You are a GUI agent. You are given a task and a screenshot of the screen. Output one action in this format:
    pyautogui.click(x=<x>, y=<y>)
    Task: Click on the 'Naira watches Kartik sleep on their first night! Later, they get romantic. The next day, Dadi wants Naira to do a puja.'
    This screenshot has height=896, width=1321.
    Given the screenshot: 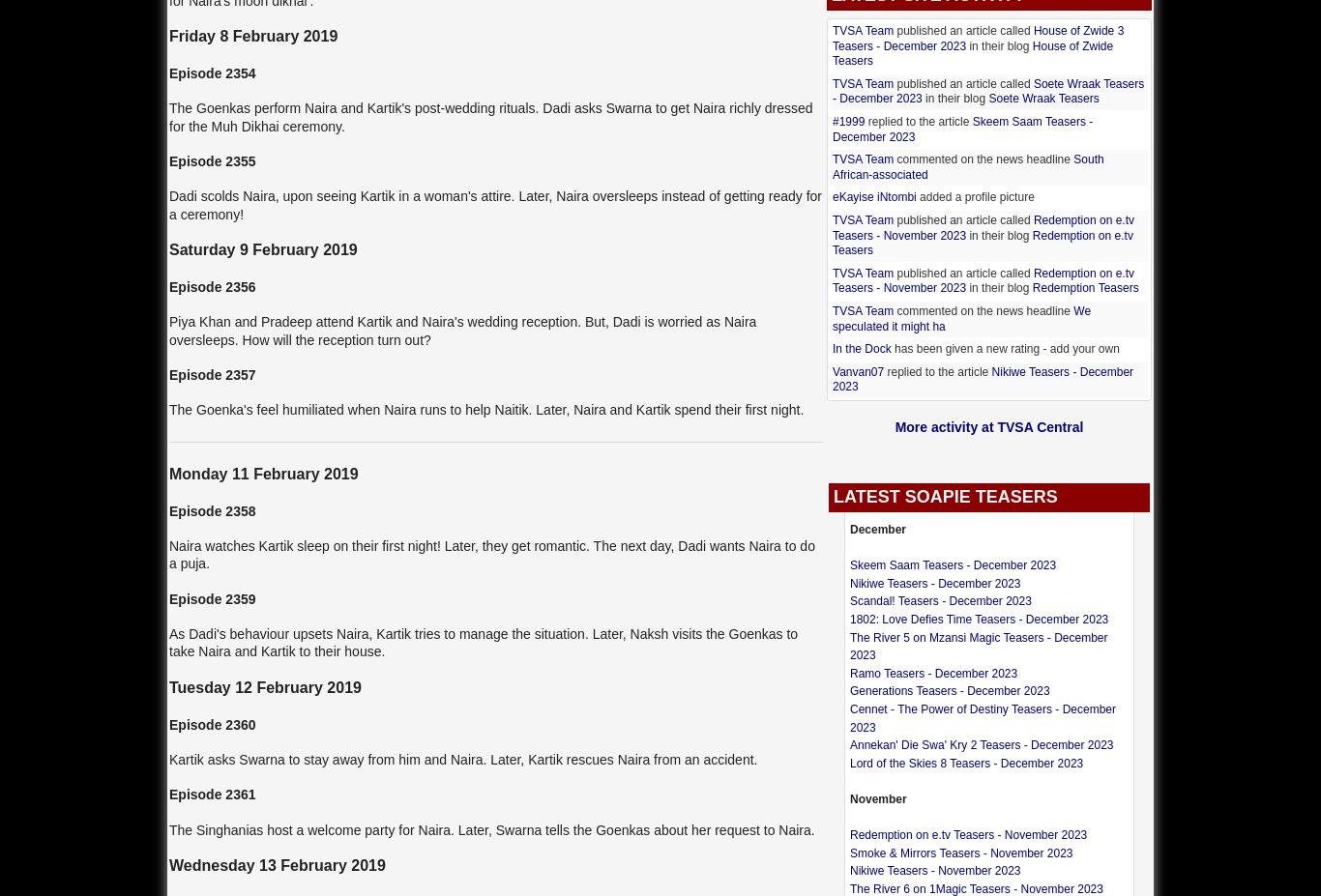 What is the action you would take?
    pyautogui.click(x=491, y=554)
    